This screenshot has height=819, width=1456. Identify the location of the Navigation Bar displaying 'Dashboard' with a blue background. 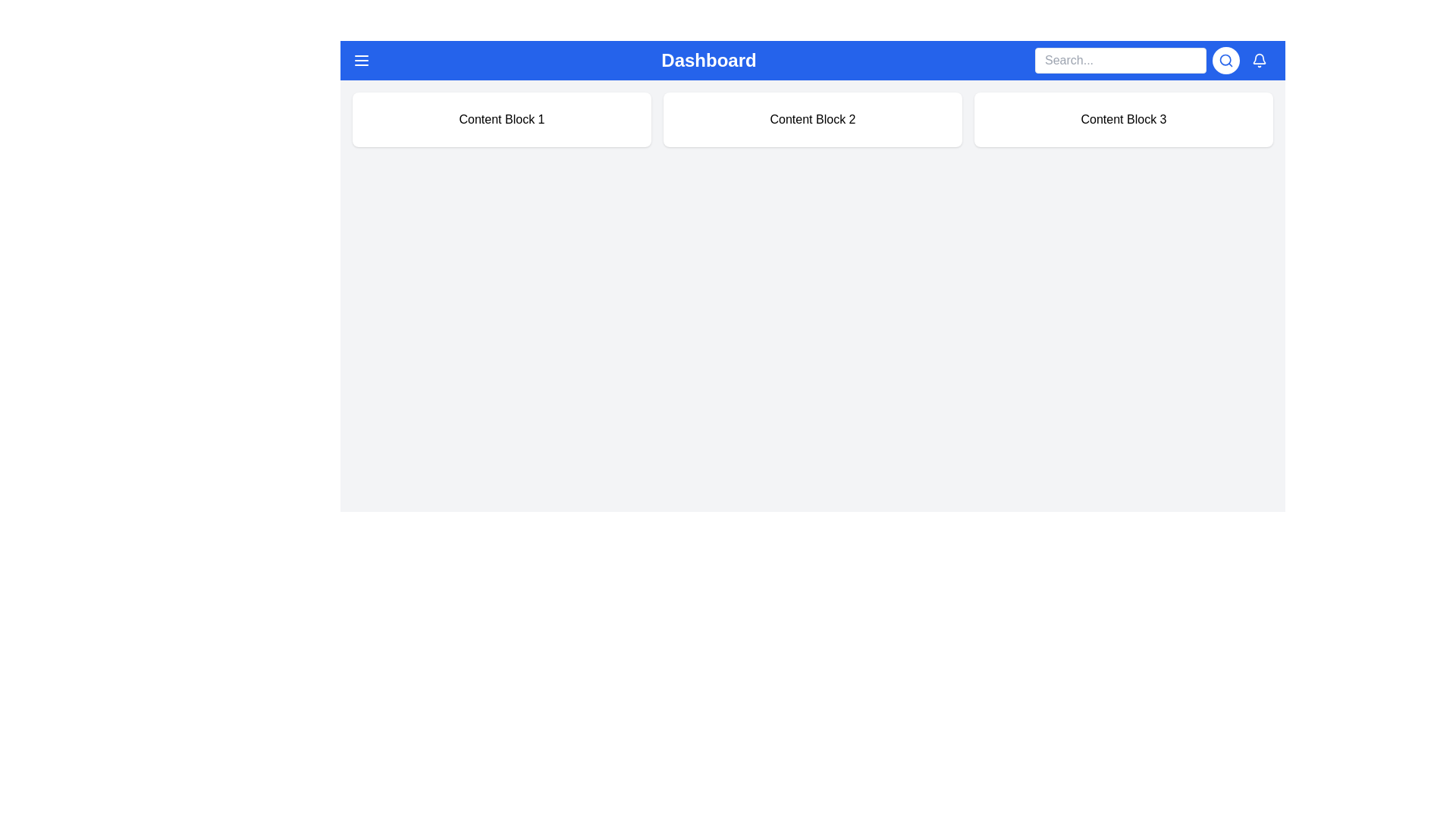
(811, 60).